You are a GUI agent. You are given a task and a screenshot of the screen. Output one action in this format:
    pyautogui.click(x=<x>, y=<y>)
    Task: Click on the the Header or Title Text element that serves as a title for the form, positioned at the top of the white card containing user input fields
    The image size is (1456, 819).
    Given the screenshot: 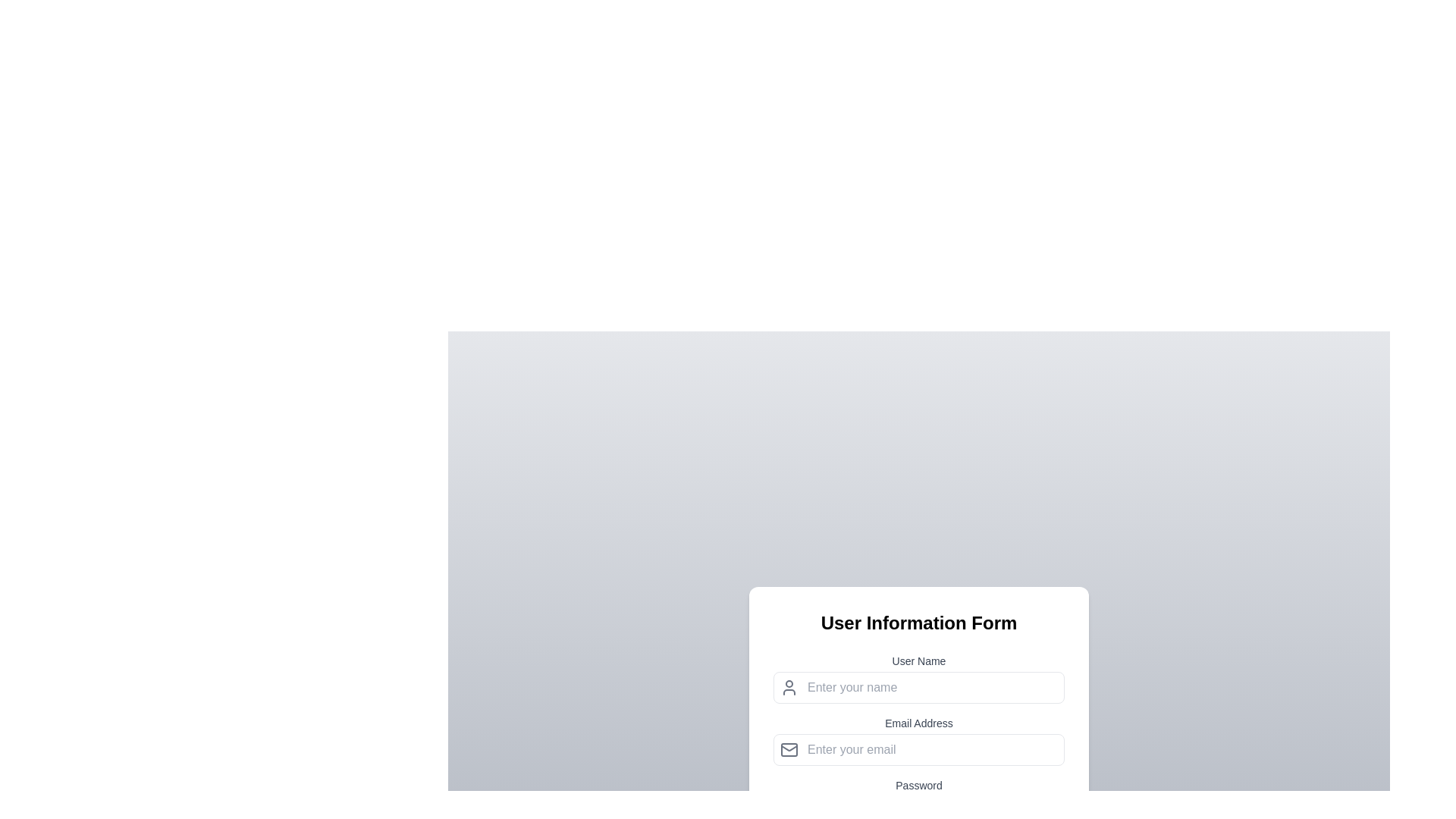 What is the action you would take?
    pyautogui.click(x=918, y=623)
    